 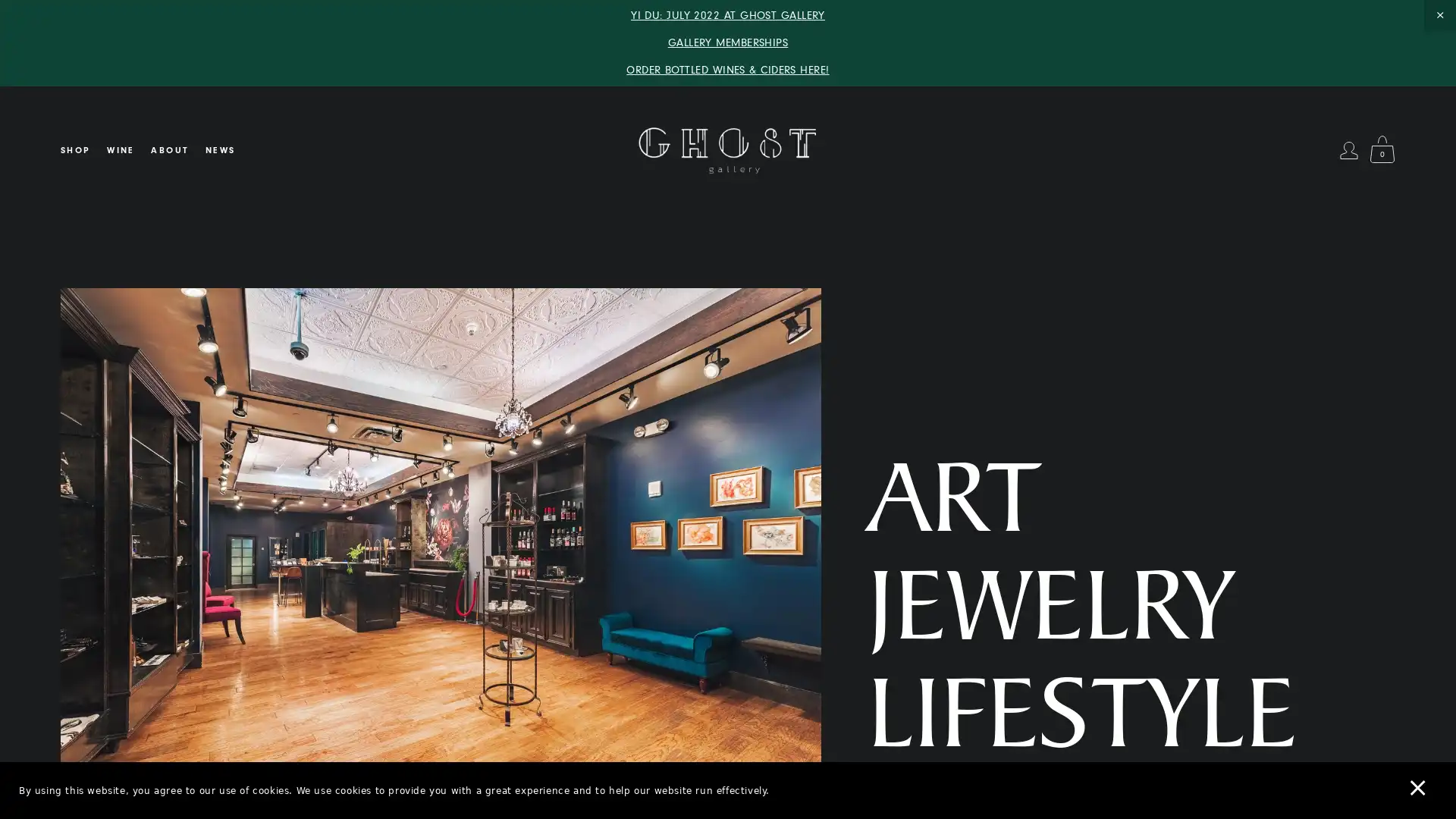 What do you see at coordinates (1283, 647) in the screenshot?
I see `SUBSCRIBE` at bounding box center [1283, 647].